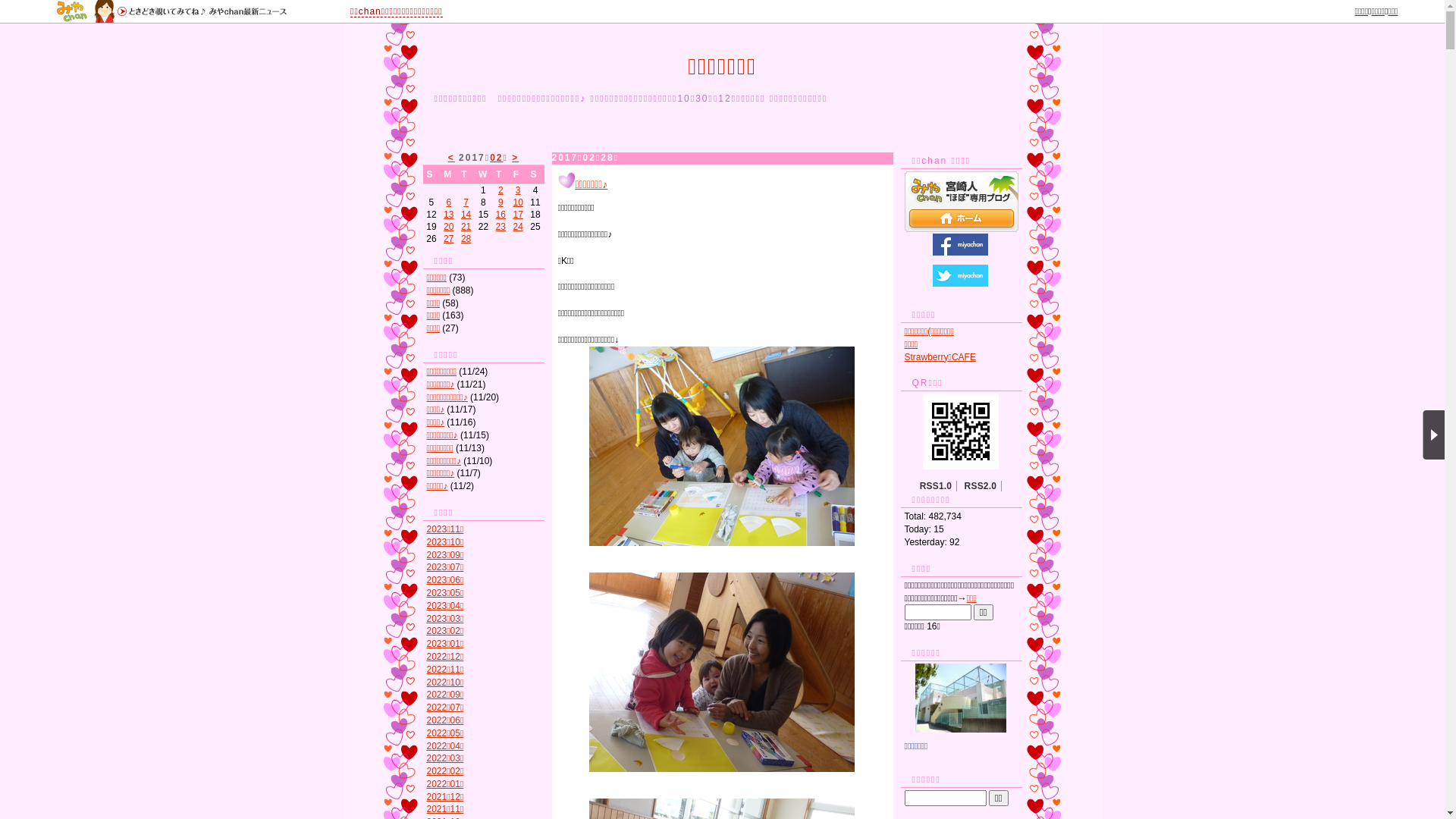 The width and height of the screenshot is (1456, 819). I want to click on '21', so click(465, 227).